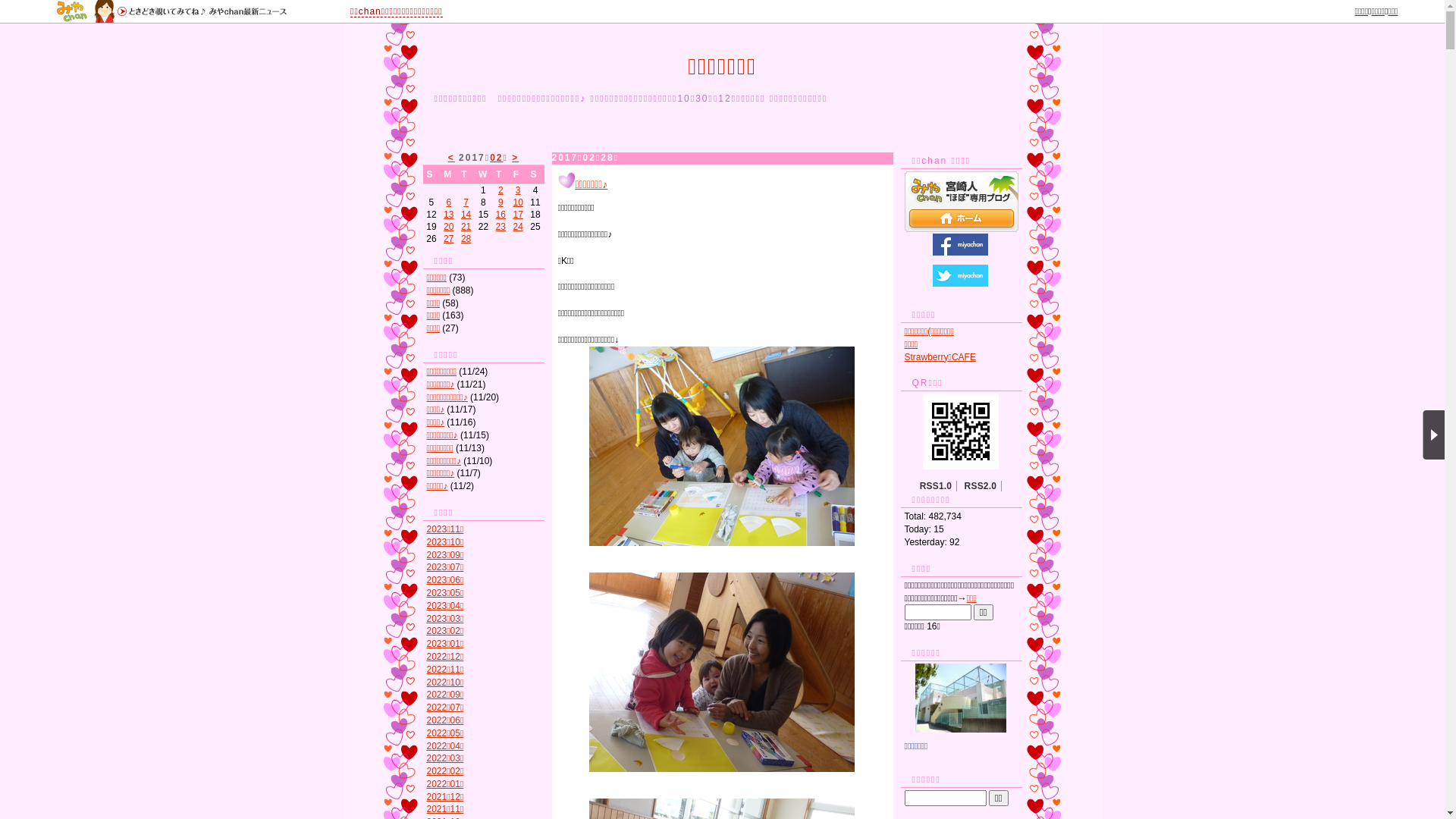 The width and height of the screenshot is (1456, 819). I want to click on '21', so click(465, 227).